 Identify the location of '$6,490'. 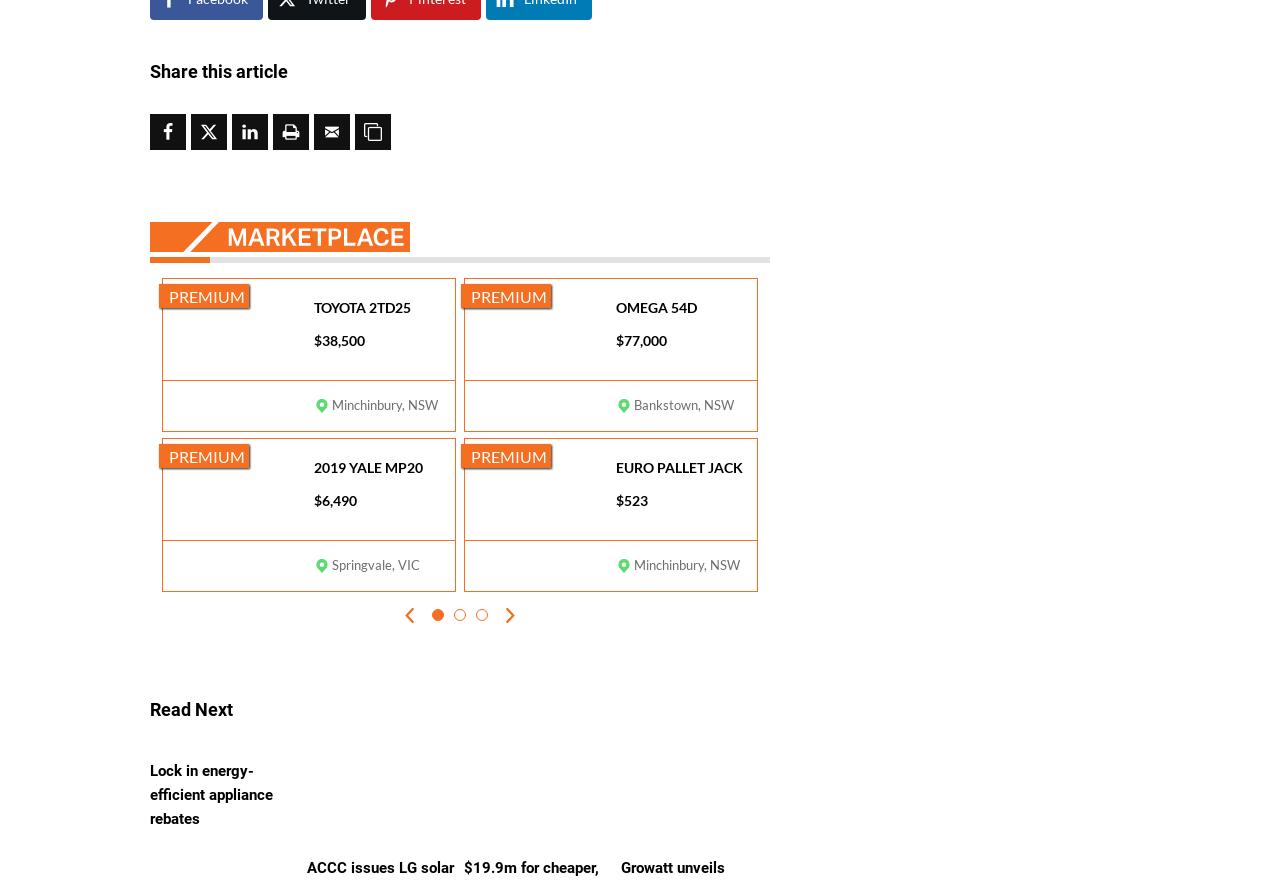
(335, 499).